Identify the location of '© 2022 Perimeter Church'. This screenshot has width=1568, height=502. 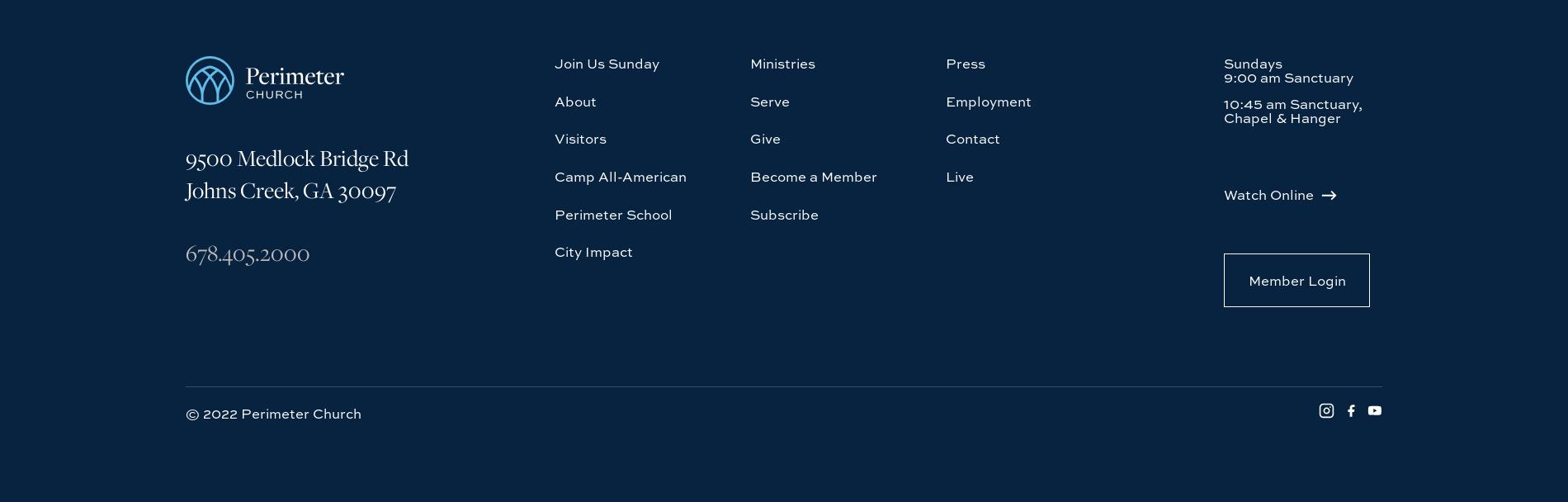
(272, 260).